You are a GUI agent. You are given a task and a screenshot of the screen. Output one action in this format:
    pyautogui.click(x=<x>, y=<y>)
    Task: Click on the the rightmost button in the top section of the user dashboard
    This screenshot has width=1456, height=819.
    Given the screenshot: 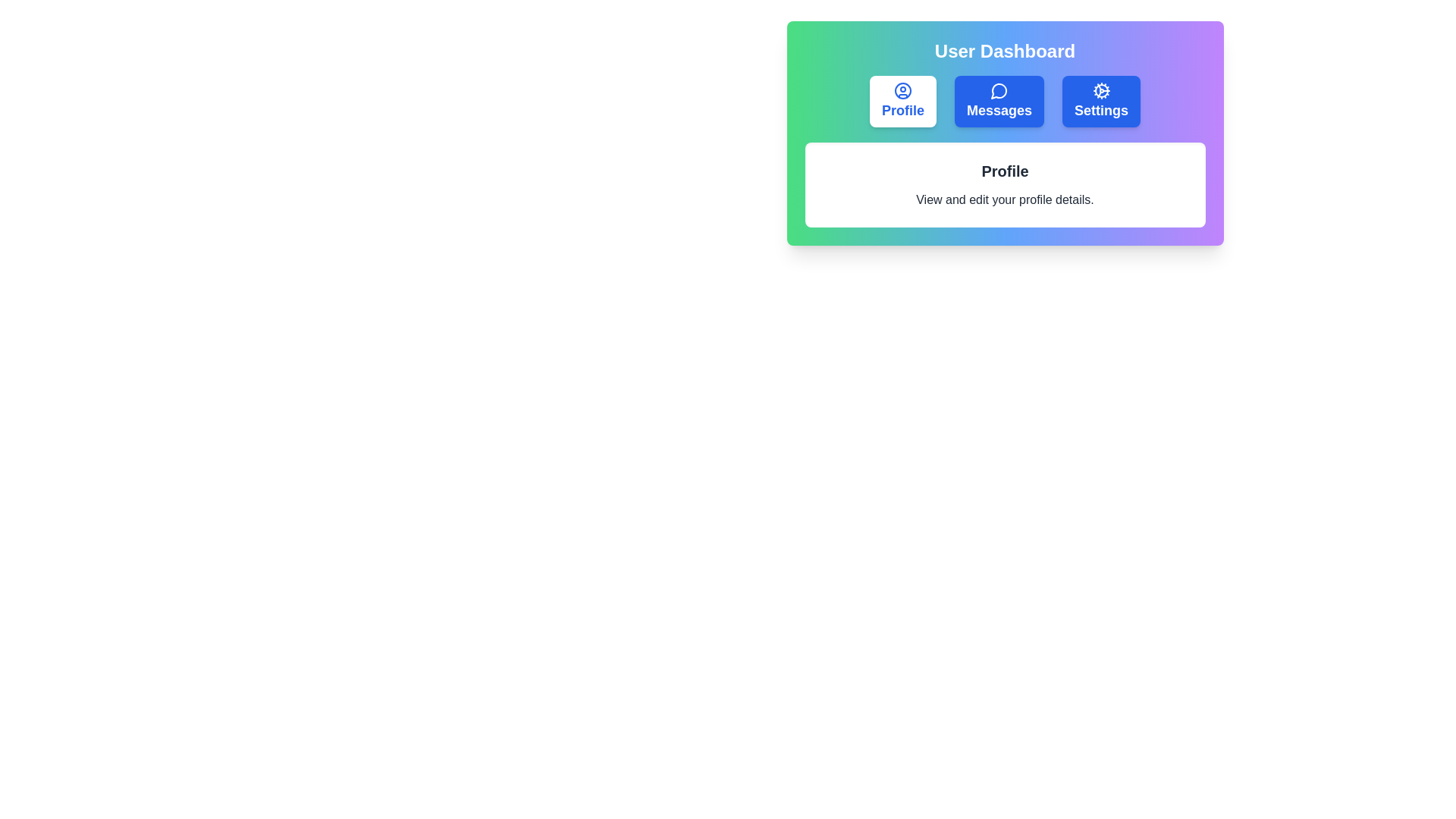 What is the action you would take?
    pyautogui.click(x=1101, y=102)
    